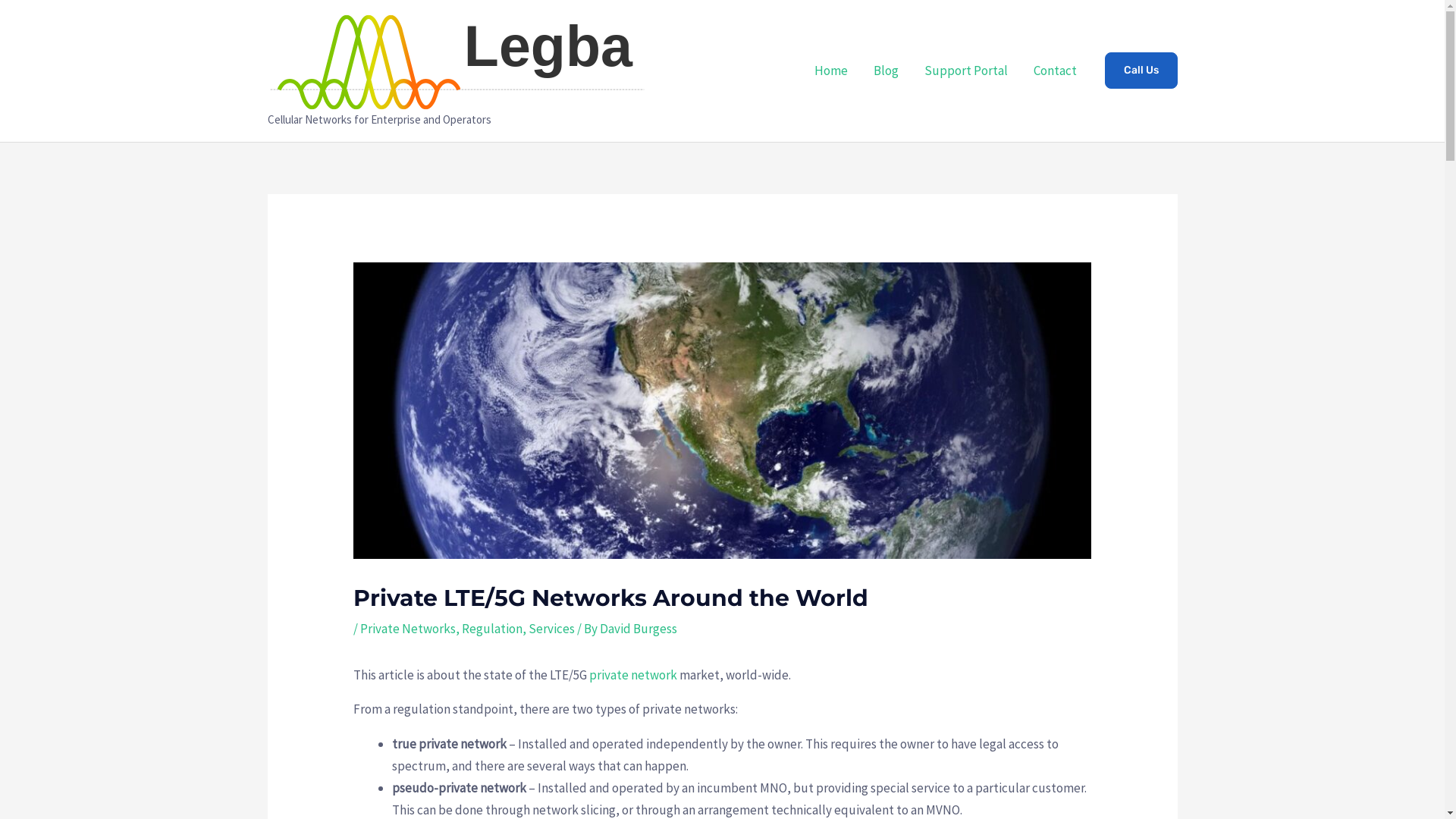  Describe the element at coordinates (1103, 70) in the screenshot. I see `'Call Us'` at that location.